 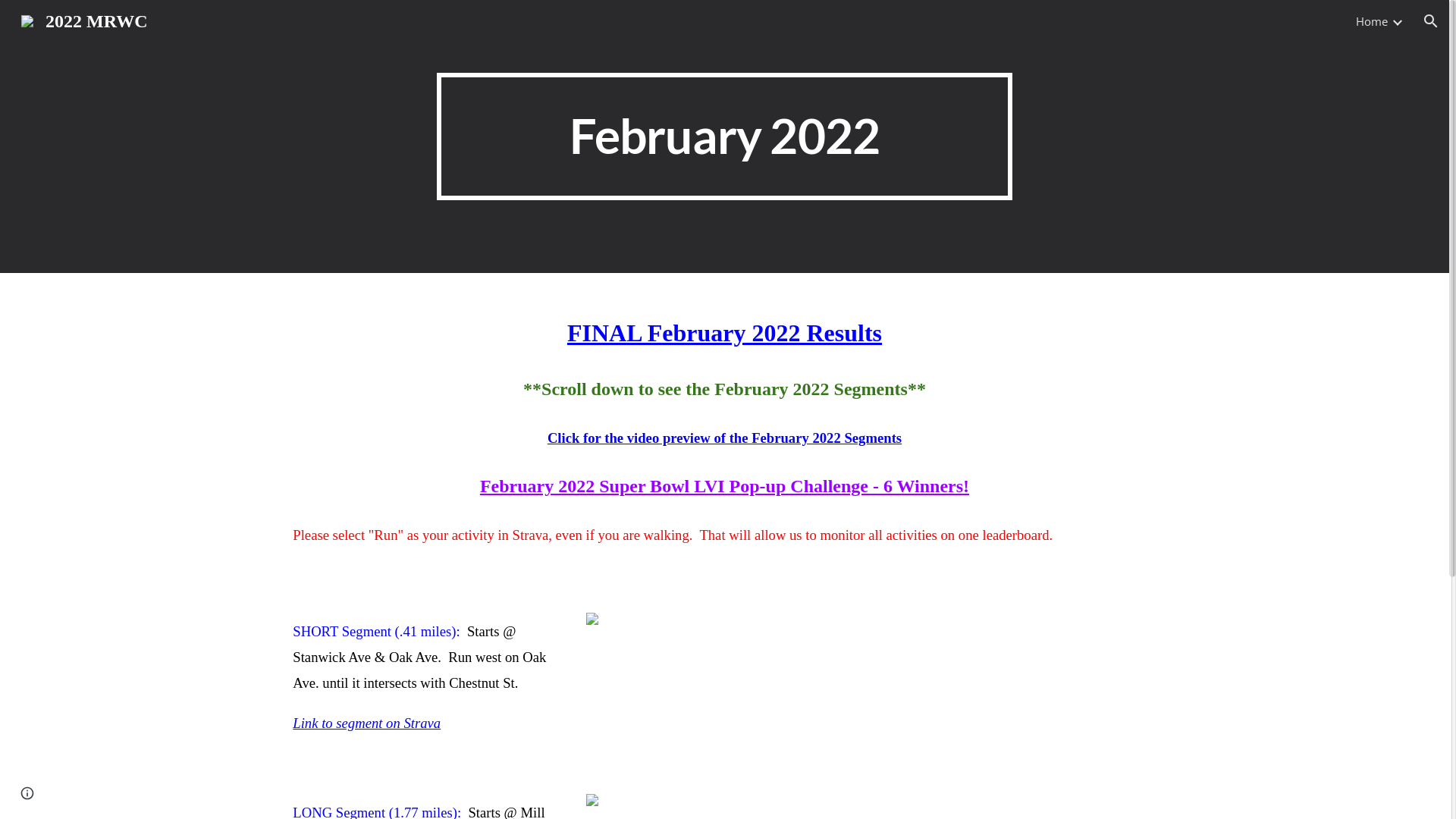 What do you see at coordinates (11, 20) in the screenshot?
I see `'2022 MRWC'` at bounding box center [11, 20].